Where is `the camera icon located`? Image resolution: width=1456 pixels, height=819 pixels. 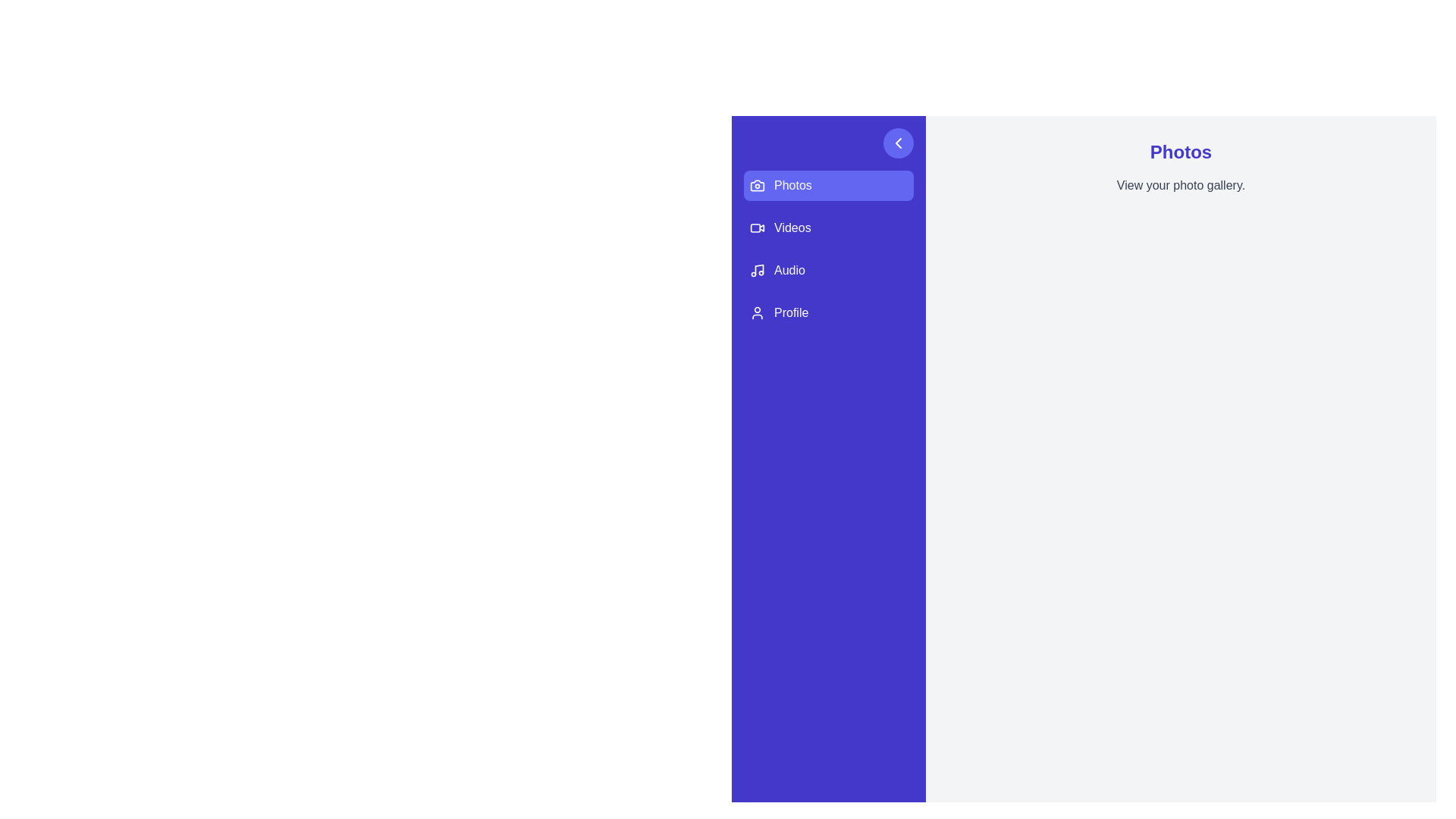 the camera icon located is located at coordinates (757, 185).